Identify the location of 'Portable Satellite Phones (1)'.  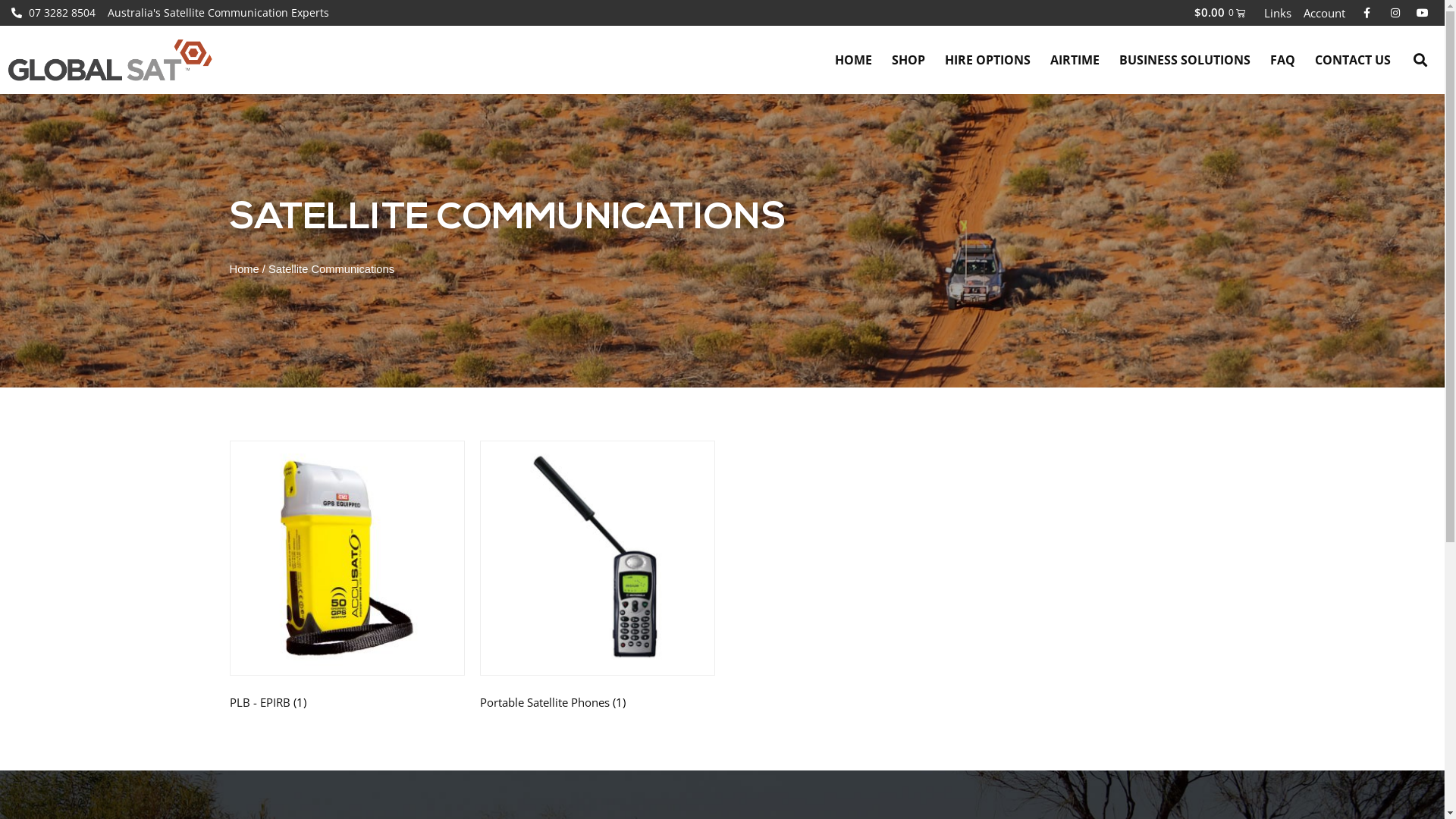
(596, 579).